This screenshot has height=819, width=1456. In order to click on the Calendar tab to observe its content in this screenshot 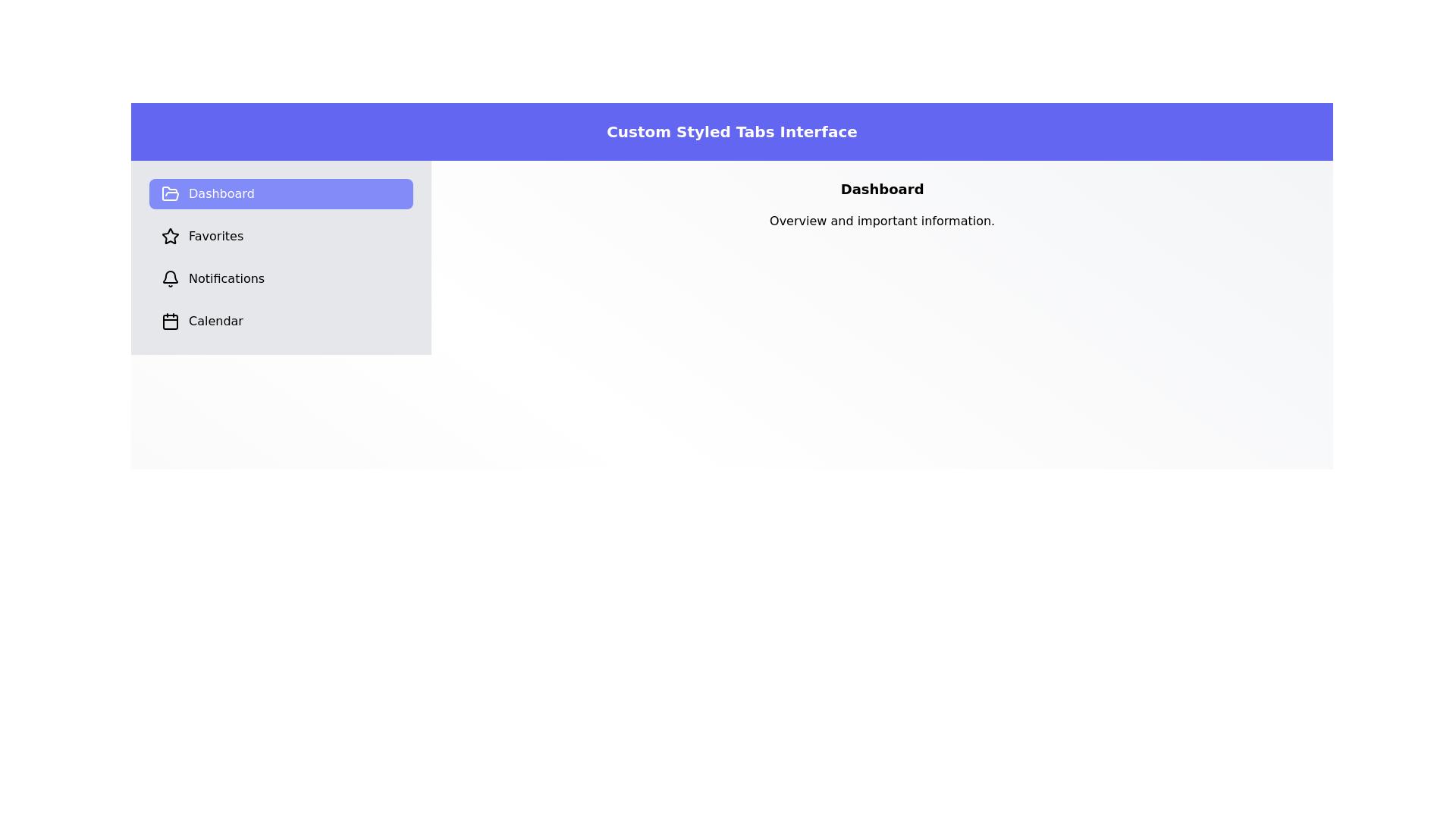, I will do `click(281, 321)`.